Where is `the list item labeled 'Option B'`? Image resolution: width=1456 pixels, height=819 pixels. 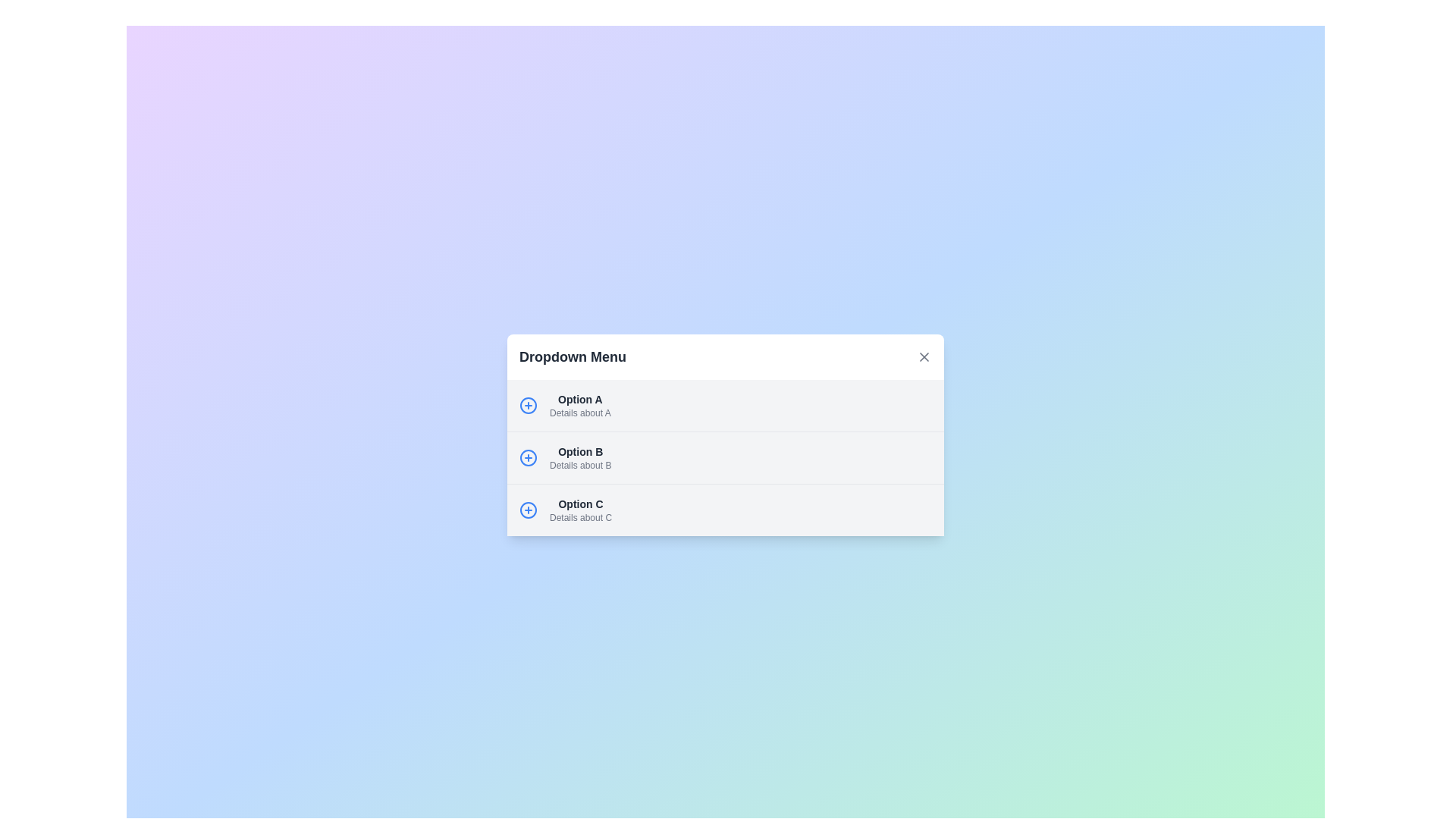
the list item labeled 'Option B' is located at coordinates (724, 457).